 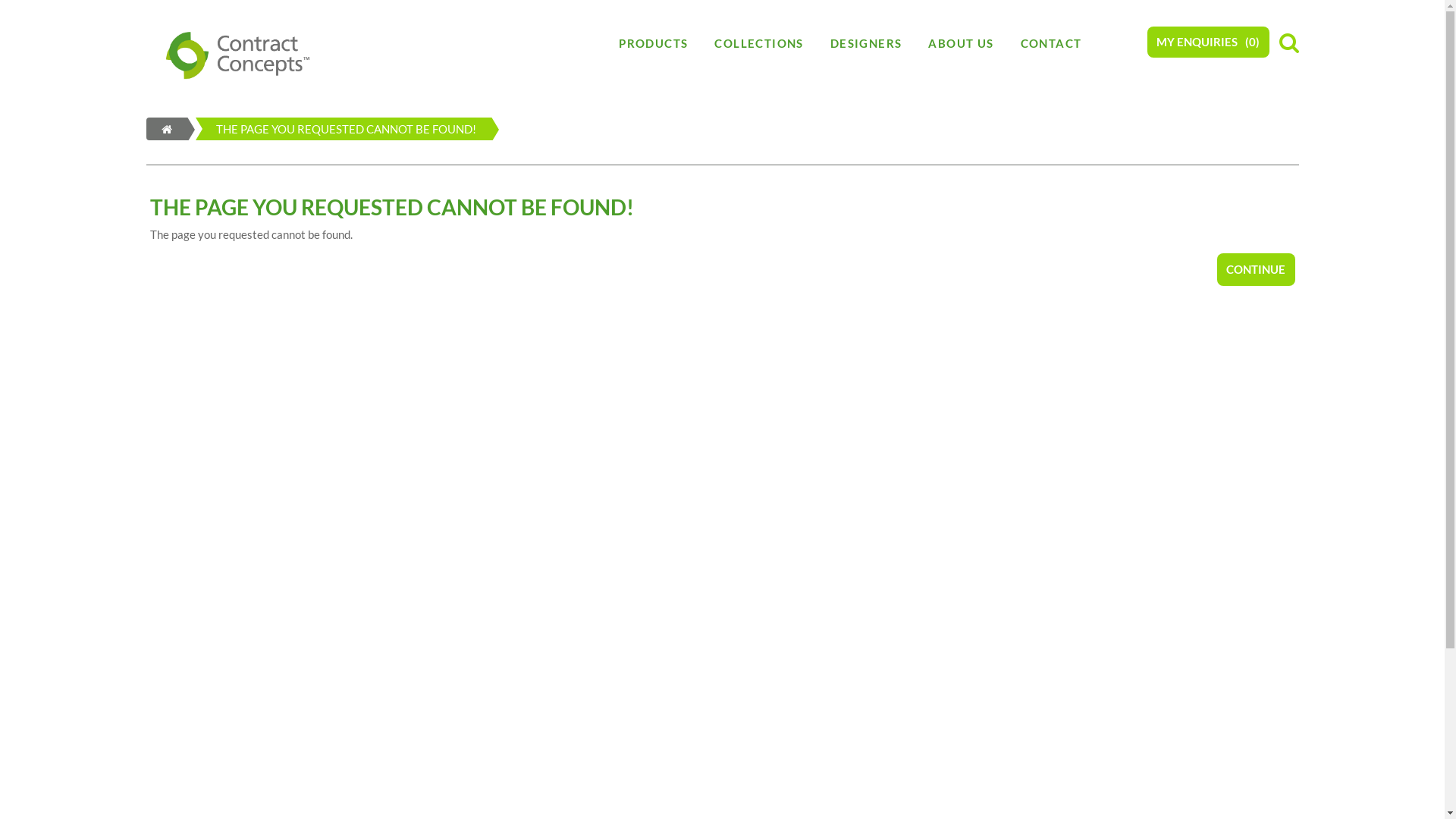 What do you see at coordinates (914, 42) in the screenshot?
I see `'ABOUT US'` at bounding box center [914, 42].